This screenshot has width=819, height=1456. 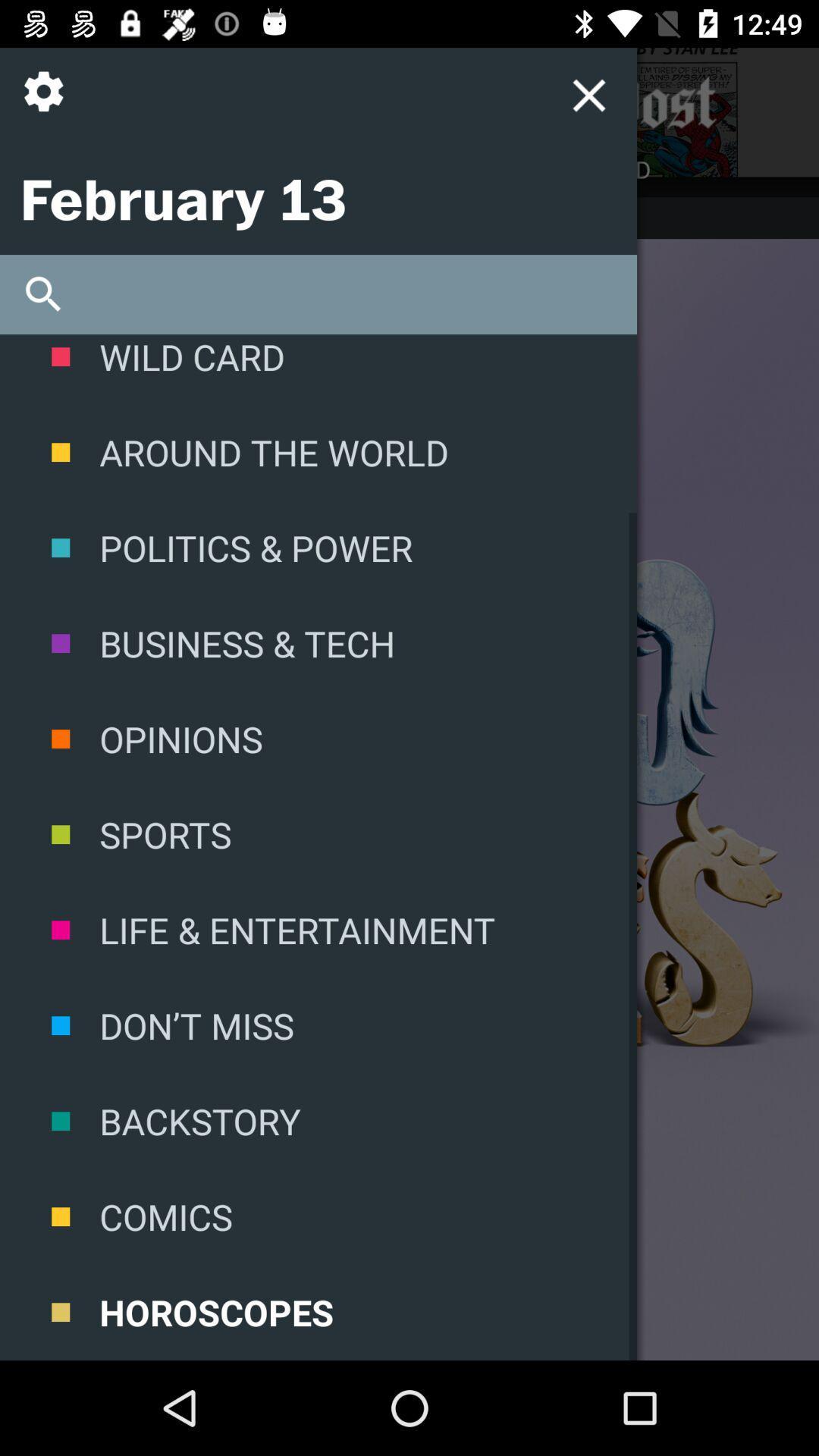 I want to click on exit options menu, so click(x=588, y=94).